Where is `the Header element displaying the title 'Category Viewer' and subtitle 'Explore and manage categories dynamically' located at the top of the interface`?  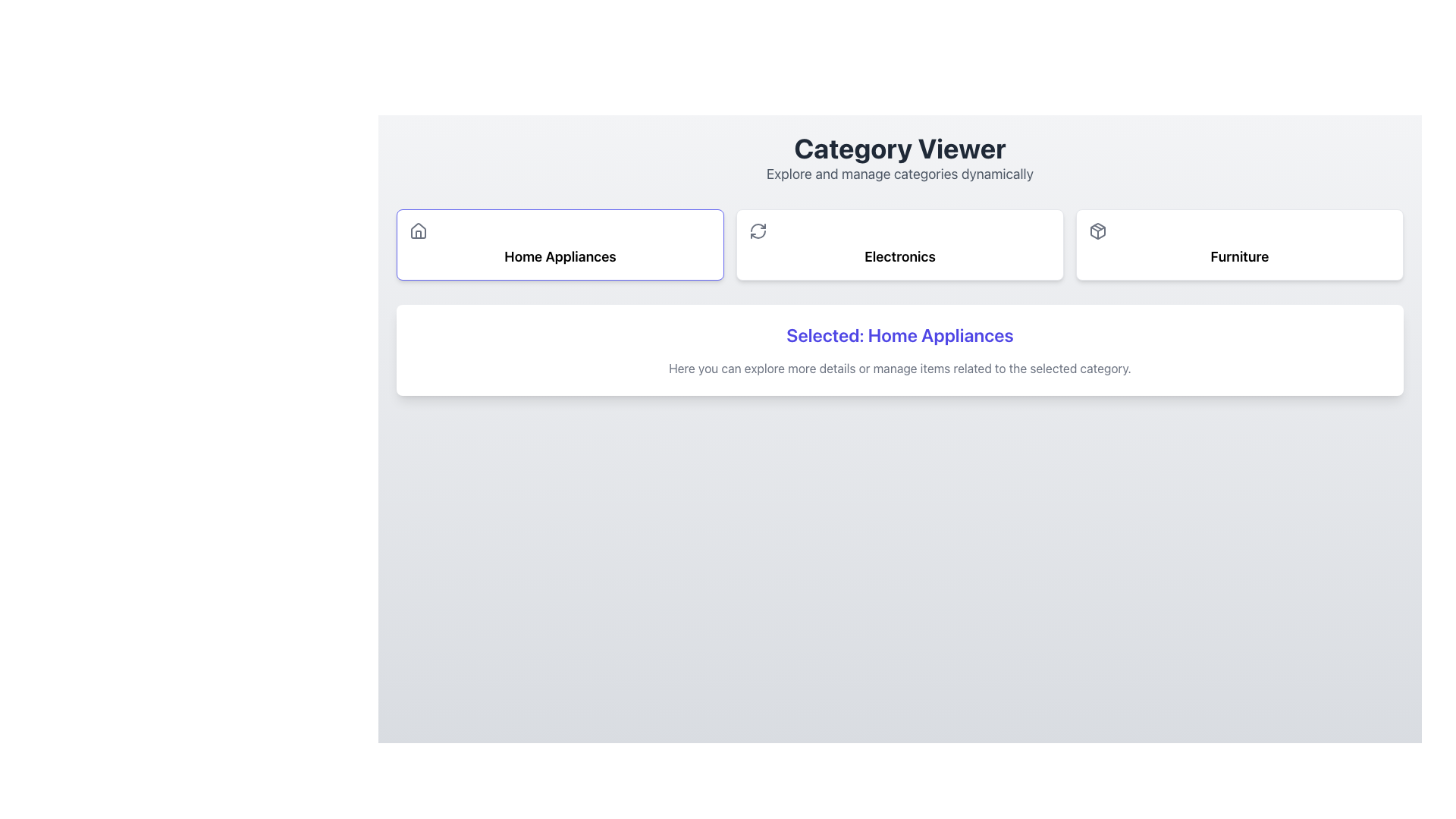
the Header element displaying the title 'Category Viewer' and subtitle 'Explore and manage categories dynamically' located at the top of the interface is located at coordinates (899, 158).